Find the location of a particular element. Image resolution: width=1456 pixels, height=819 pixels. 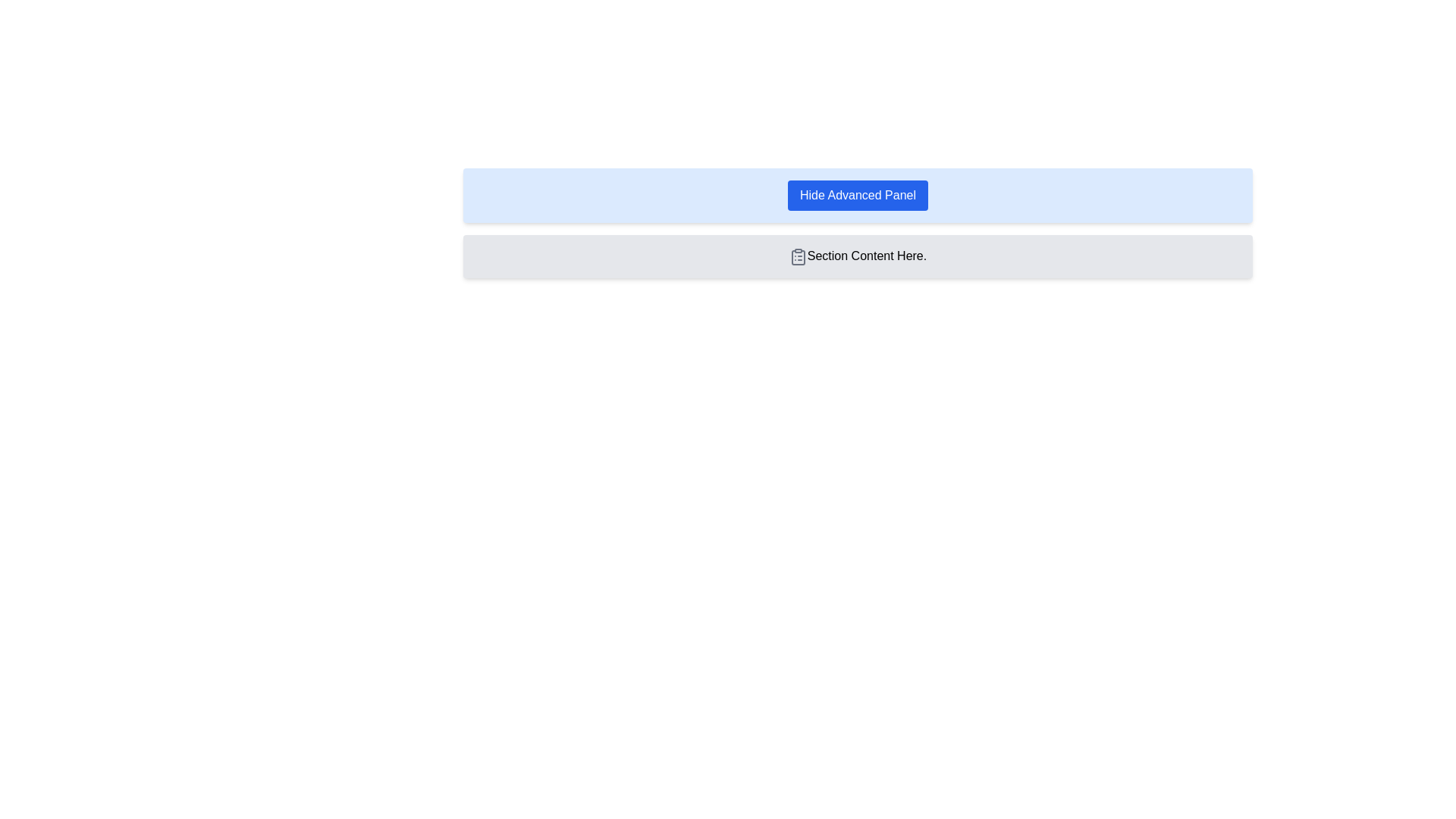

the rectangular button labeled 'Hide Advanced Panel' with a blue background is located at coordinates (858, 195).